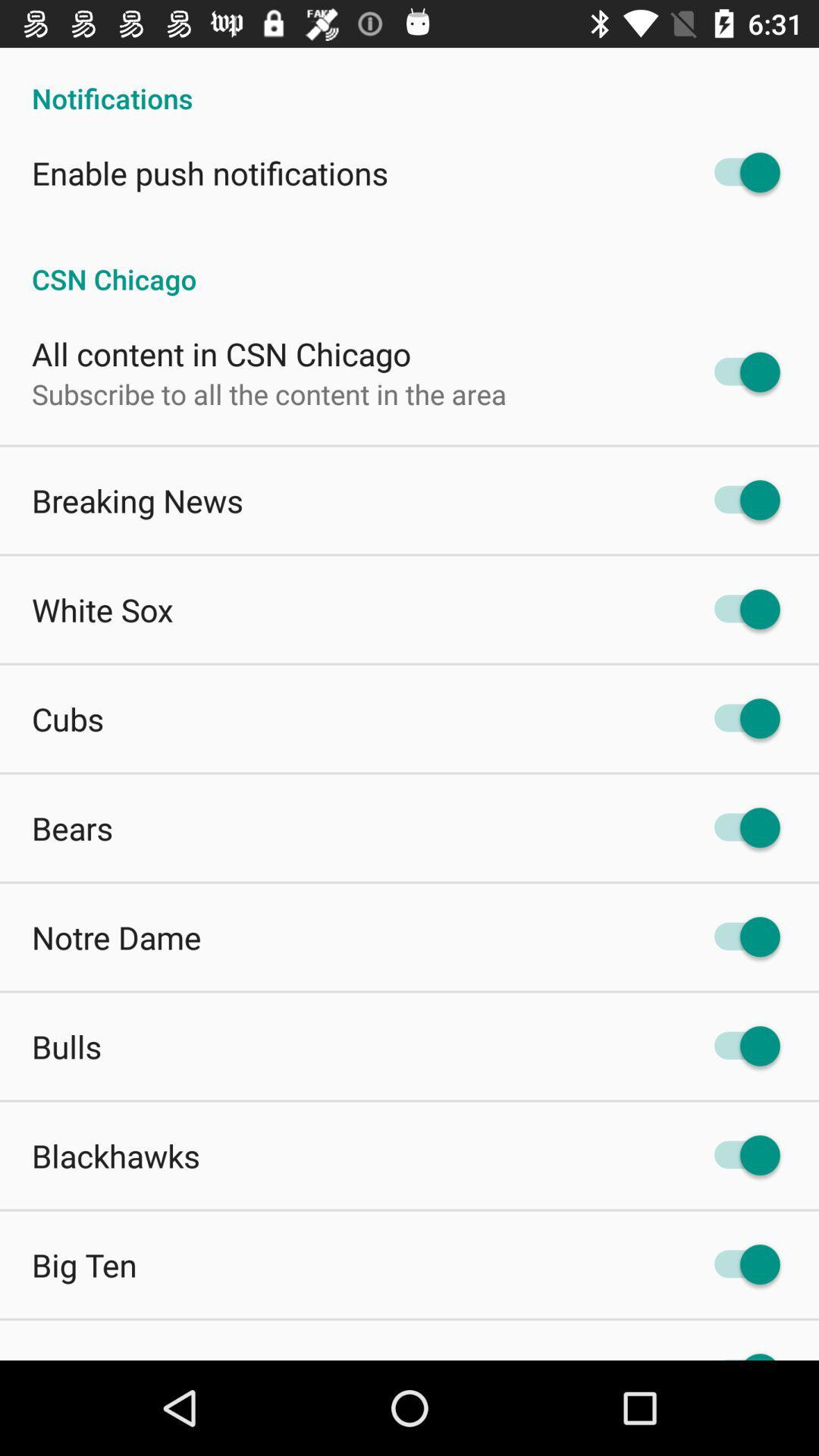 This screenshot has height=1456, width=819. I want to click on the icon above big ten app, so click(115, 1154).